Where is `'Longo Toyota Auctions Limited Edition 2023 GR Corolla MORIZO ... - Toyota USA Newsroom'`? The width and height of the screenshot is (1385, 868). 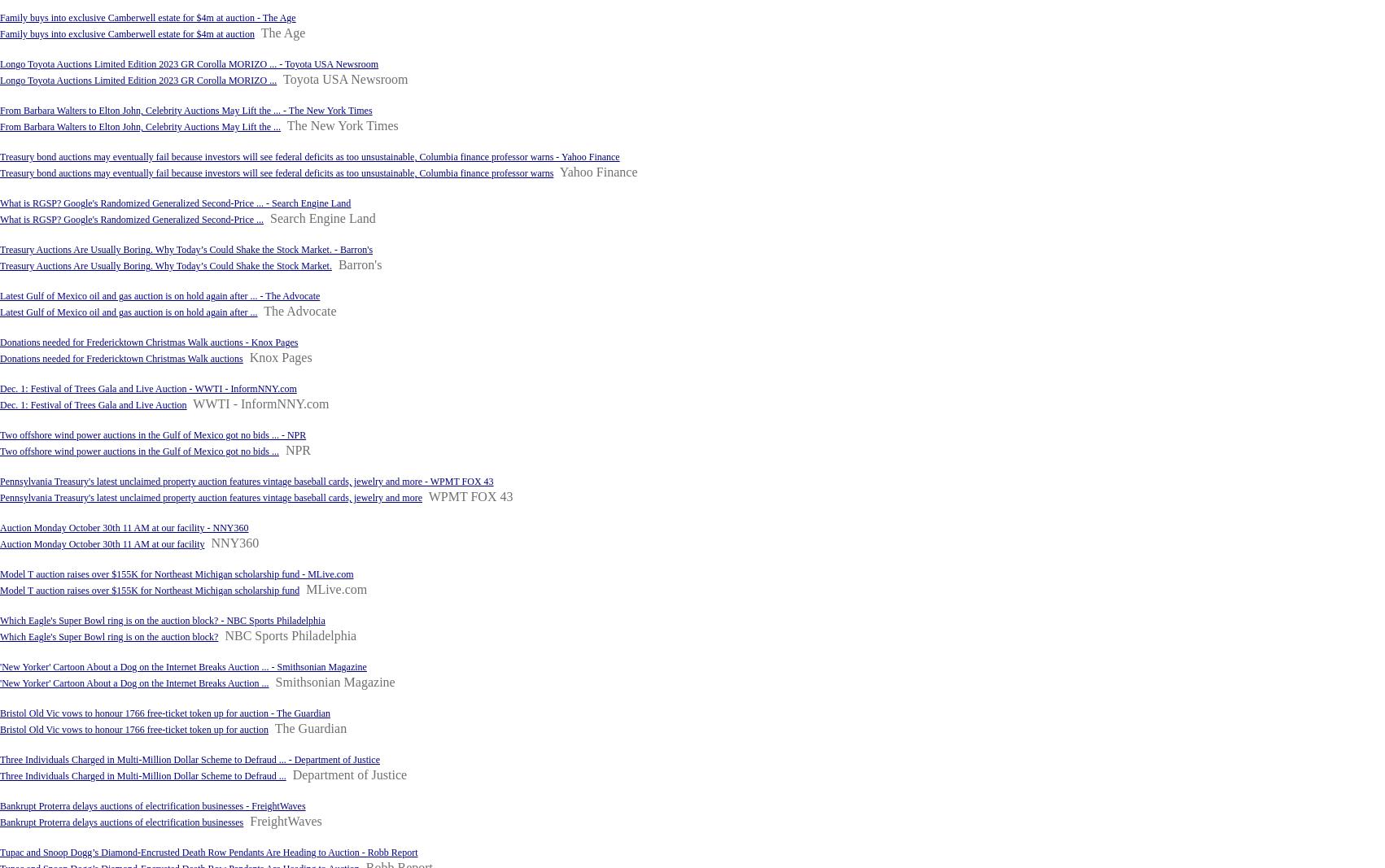 'Longo Toyota Auctions Limited Edition 2023 GR Corolla MORIZO ... - Toyota USA Newsroom' is located at coordinates (188, 63).